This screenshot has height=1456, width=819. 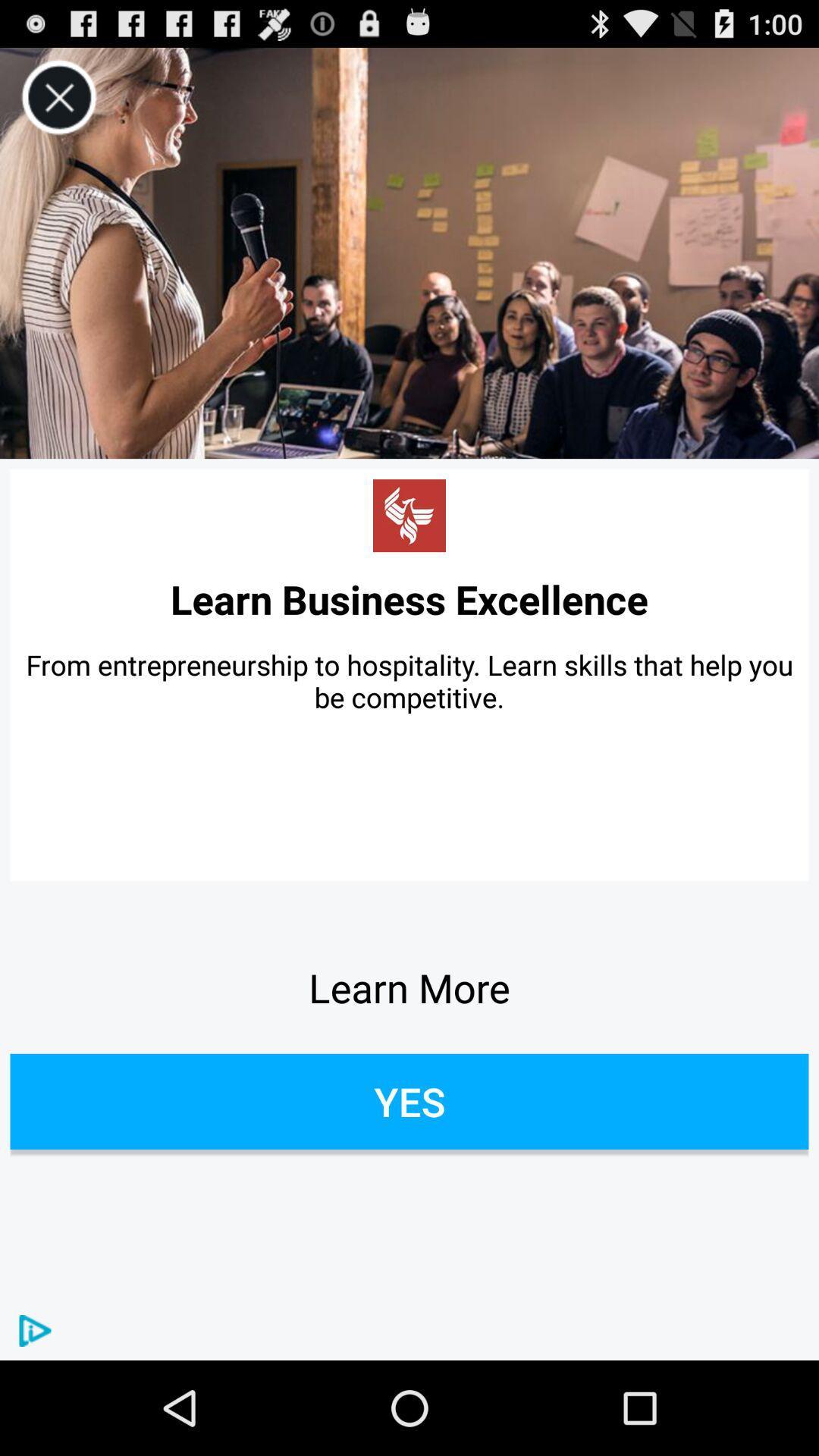 I want to click on the from entrepreneurship to app, so click(x=409, y=680).